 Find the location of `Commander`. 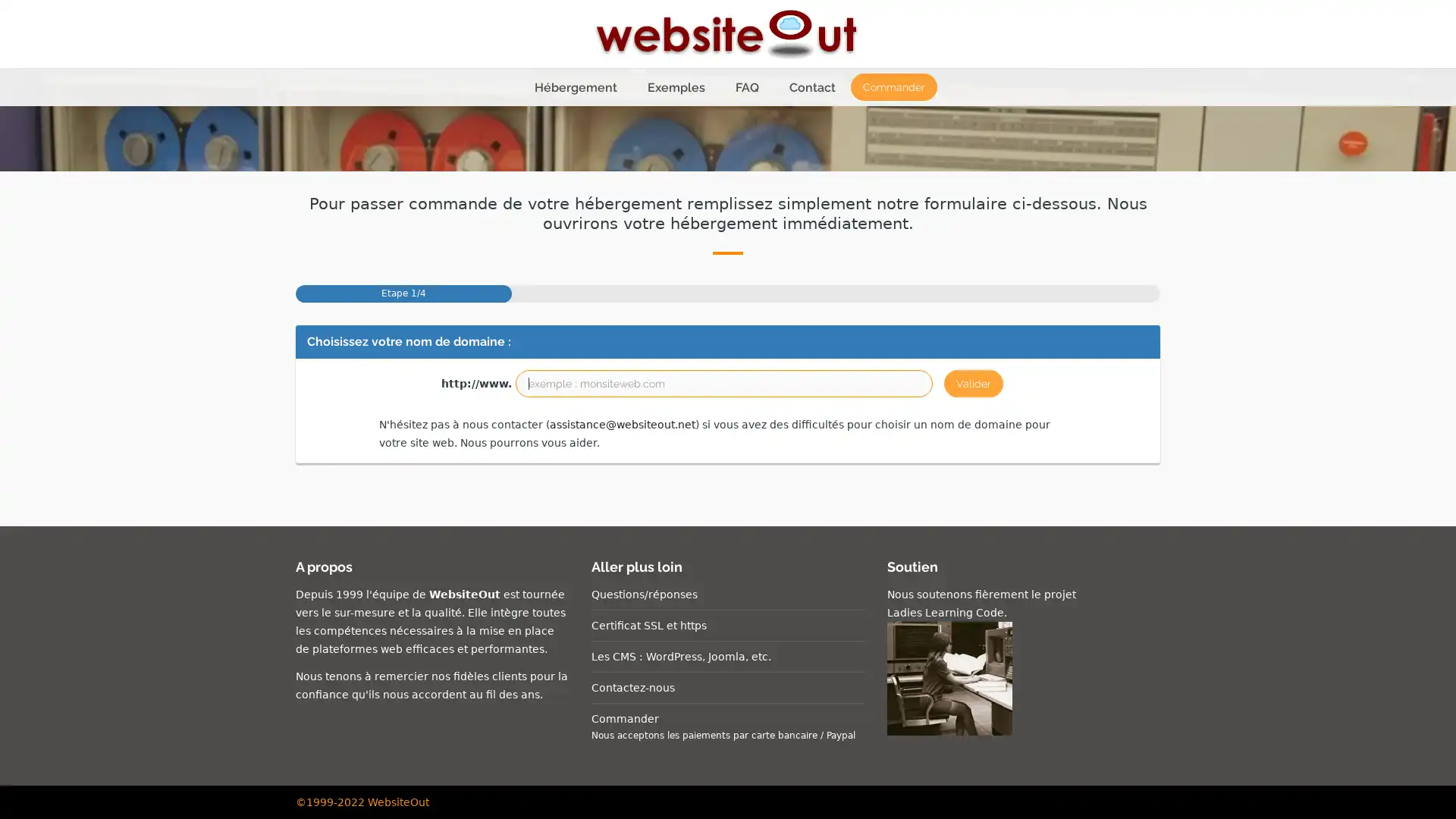

Commander is located at coordinates (893, 87).